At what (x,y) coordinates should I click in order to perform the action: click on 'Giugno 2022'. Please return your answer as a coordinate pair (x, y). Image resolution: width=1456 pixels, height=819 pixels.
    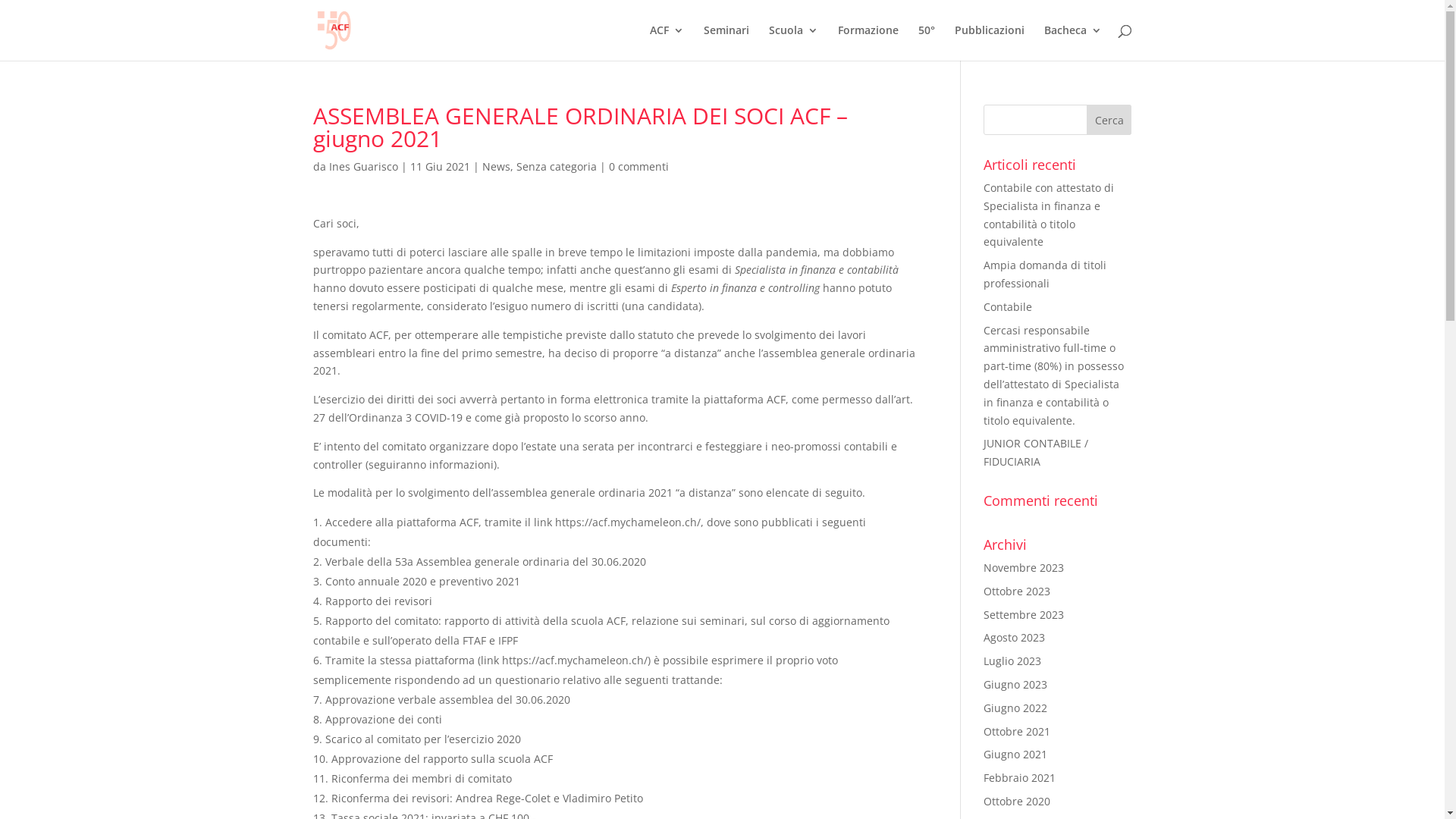
    Looking at the image, I should click on (1015, 708).